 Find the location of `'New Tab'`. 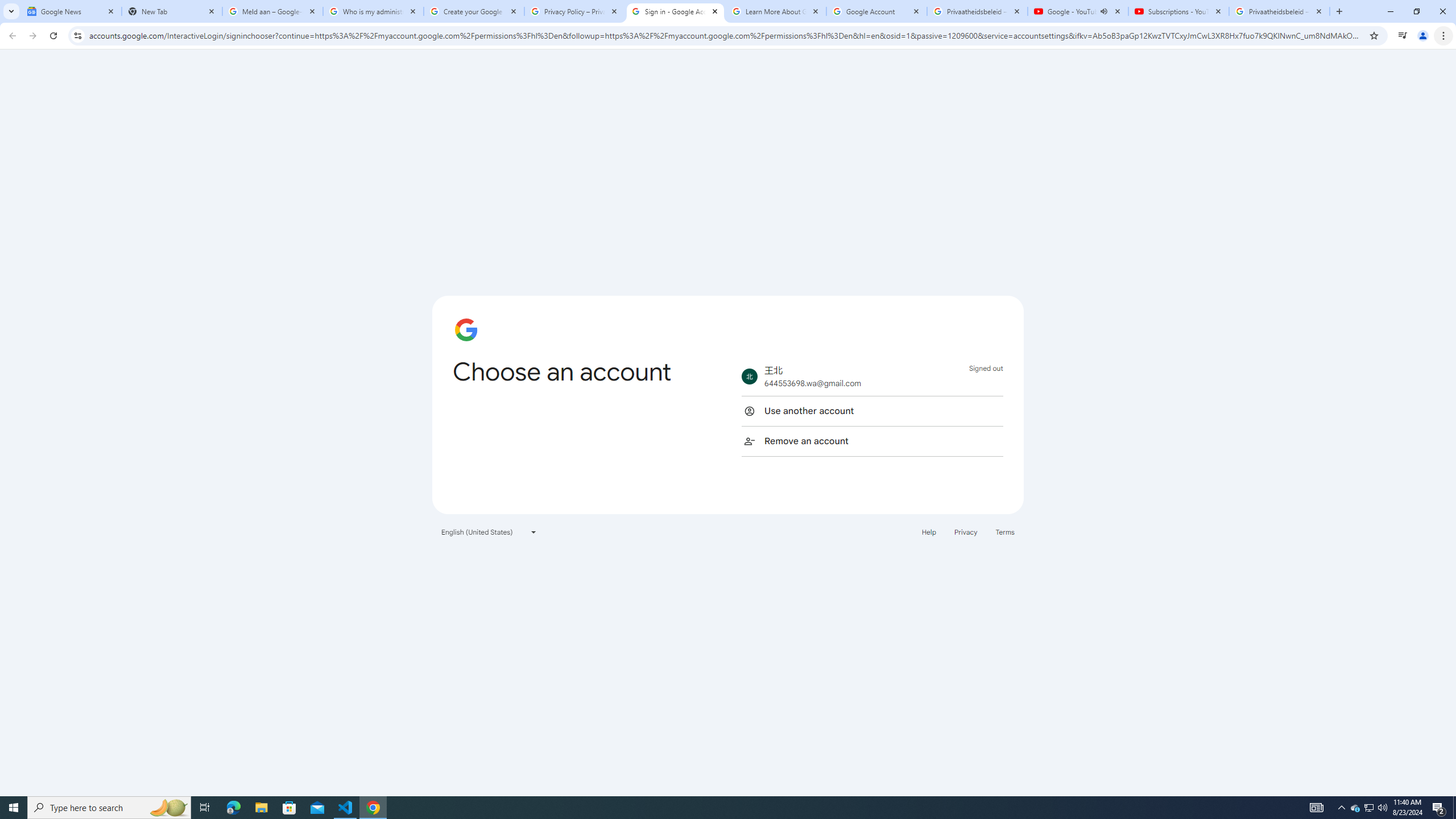

'New Tab' is located at coordinates (171, 11).